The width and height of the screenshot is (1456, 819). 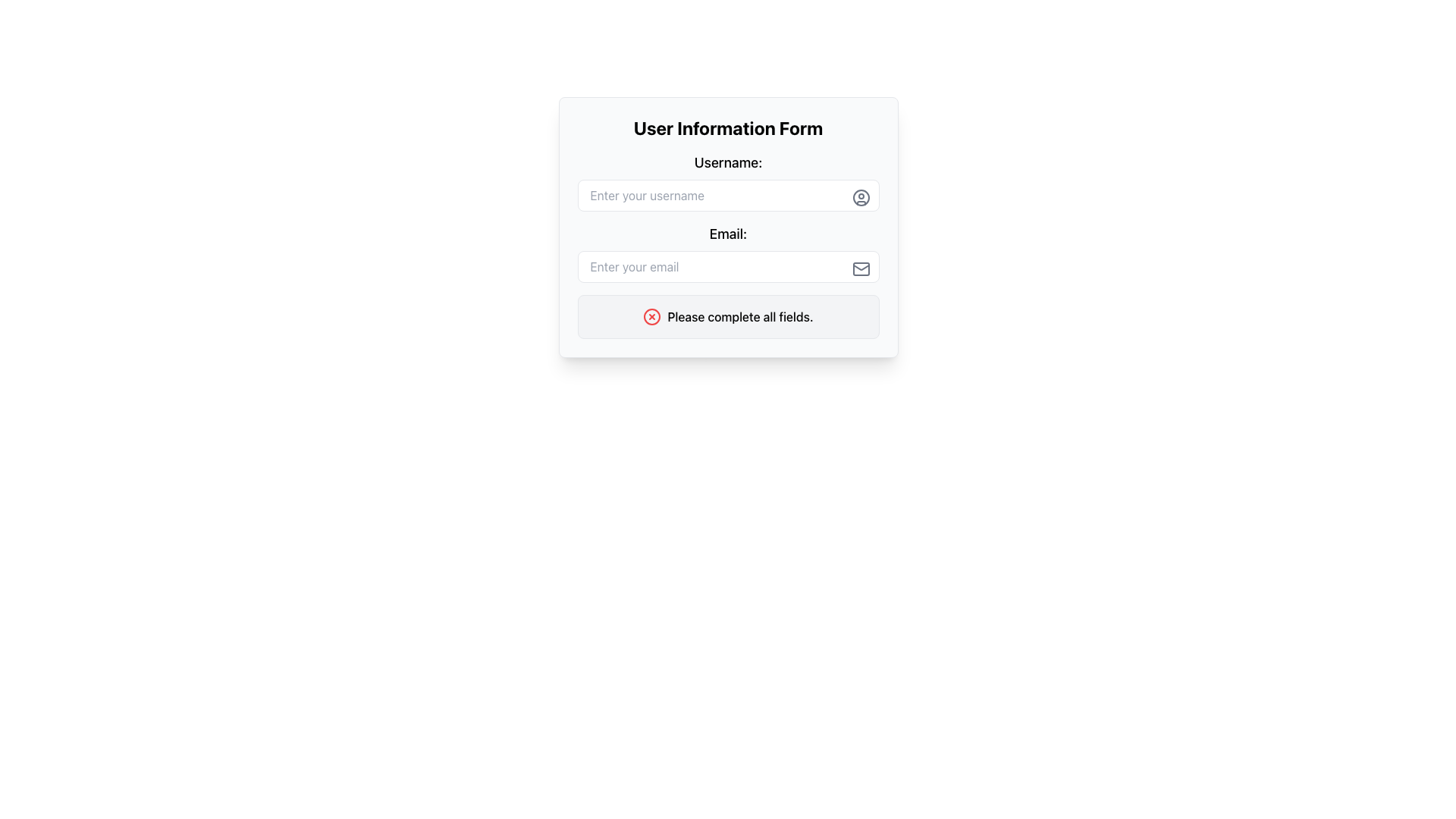 What do you see at coordinates (861, 268) in the screenshot?
I see `the small gray envelope icon located at the far right end of the email input field` at bounding box center [861, 268].